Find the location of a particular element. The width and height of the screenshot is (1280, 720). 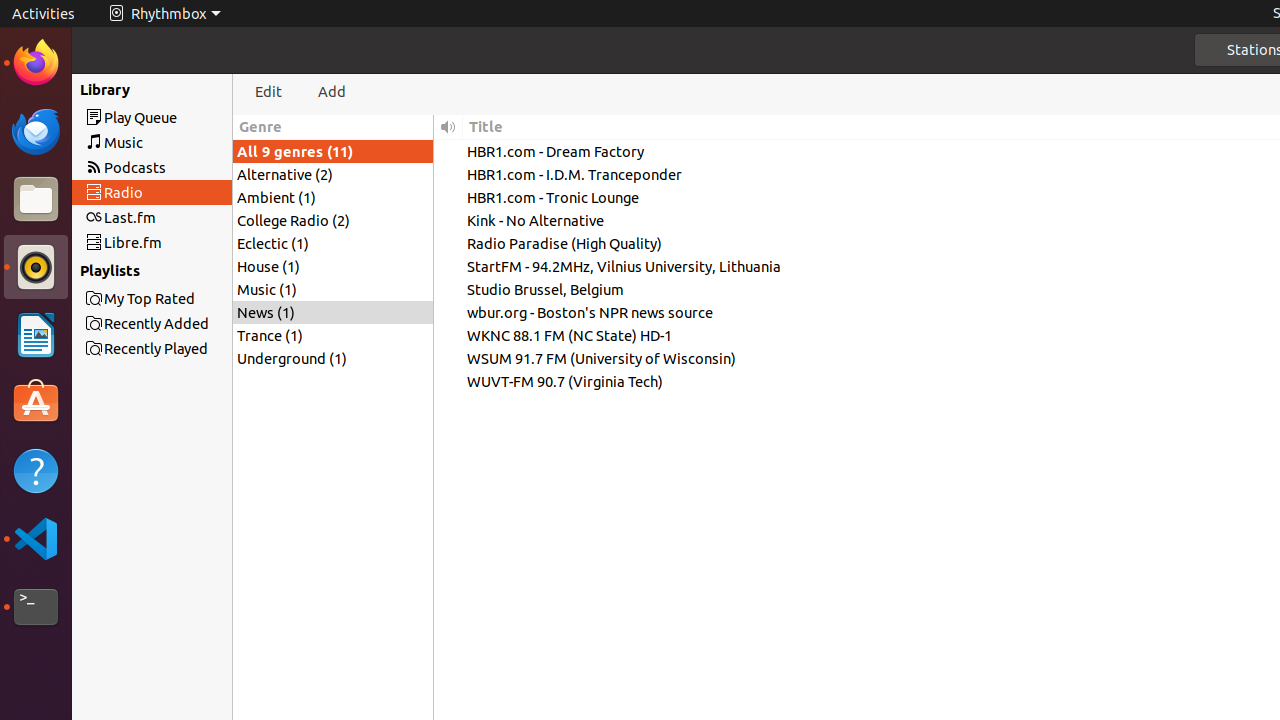

'All 9 genres (11)' is located at coordinates (333, 150).